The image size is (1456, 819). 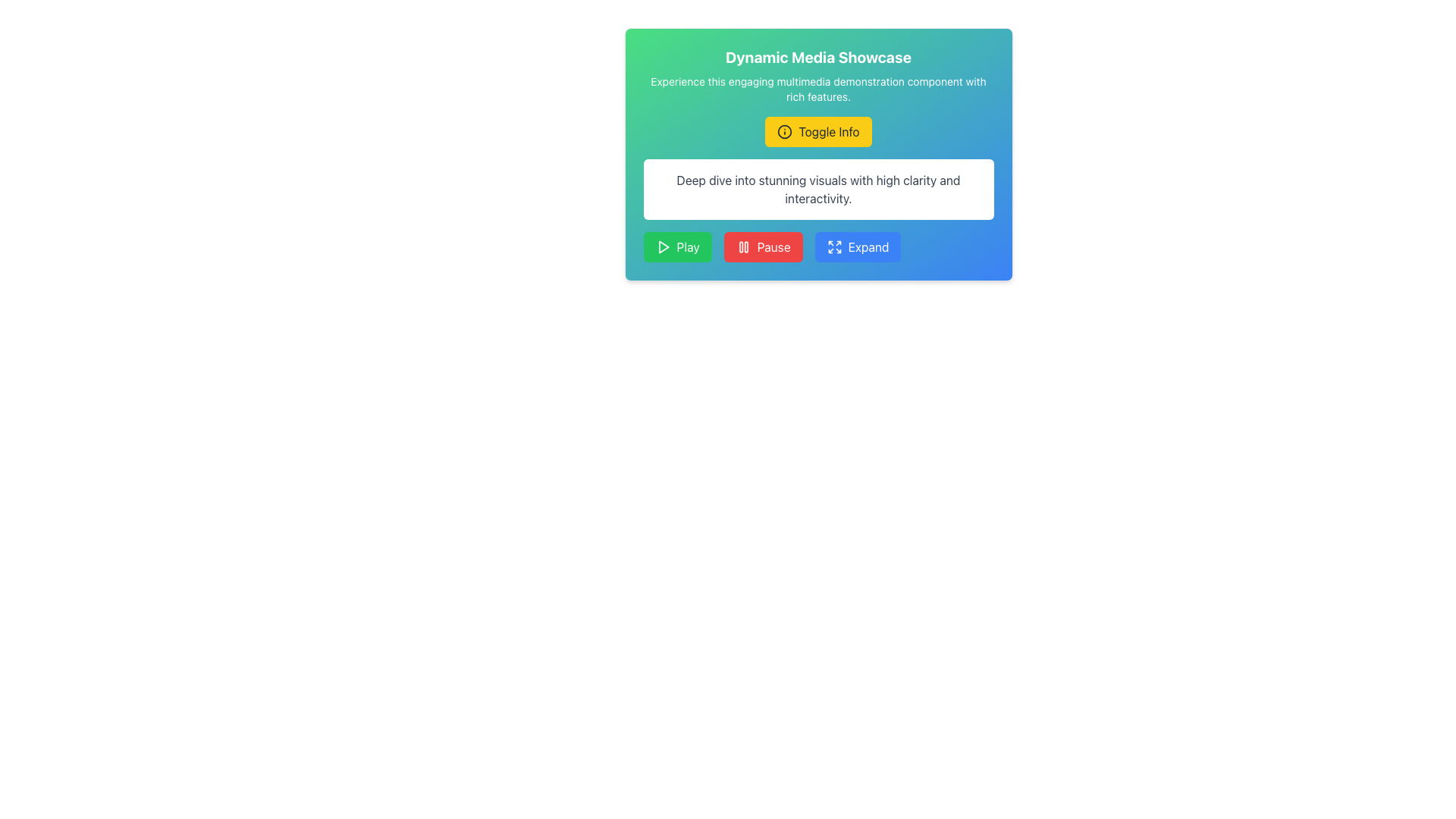 What do you see at coordinates (817, 189) in the screenshot?
I see `the informational text box that contains the message 'Deep dive into stunning visuals with high clarity and interactivity.' located below the 'Toggle Info' button and above the group of buttons labeled 'Play', 'Pause', and 'Expand'` at bounding box center [817, 189].